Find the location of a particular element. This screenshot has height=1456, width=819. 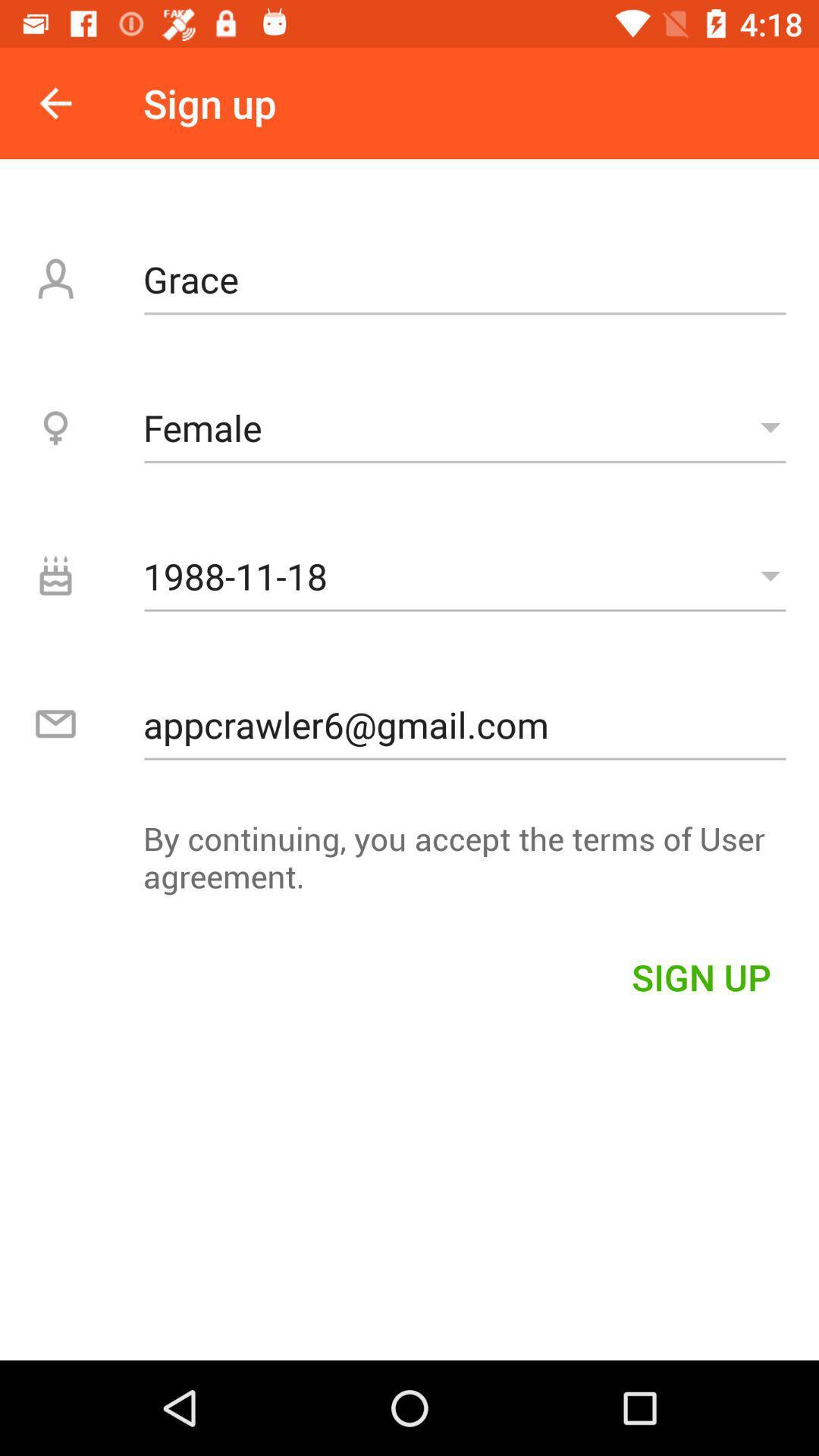

the grace icon is located at coordinates (464, 279).